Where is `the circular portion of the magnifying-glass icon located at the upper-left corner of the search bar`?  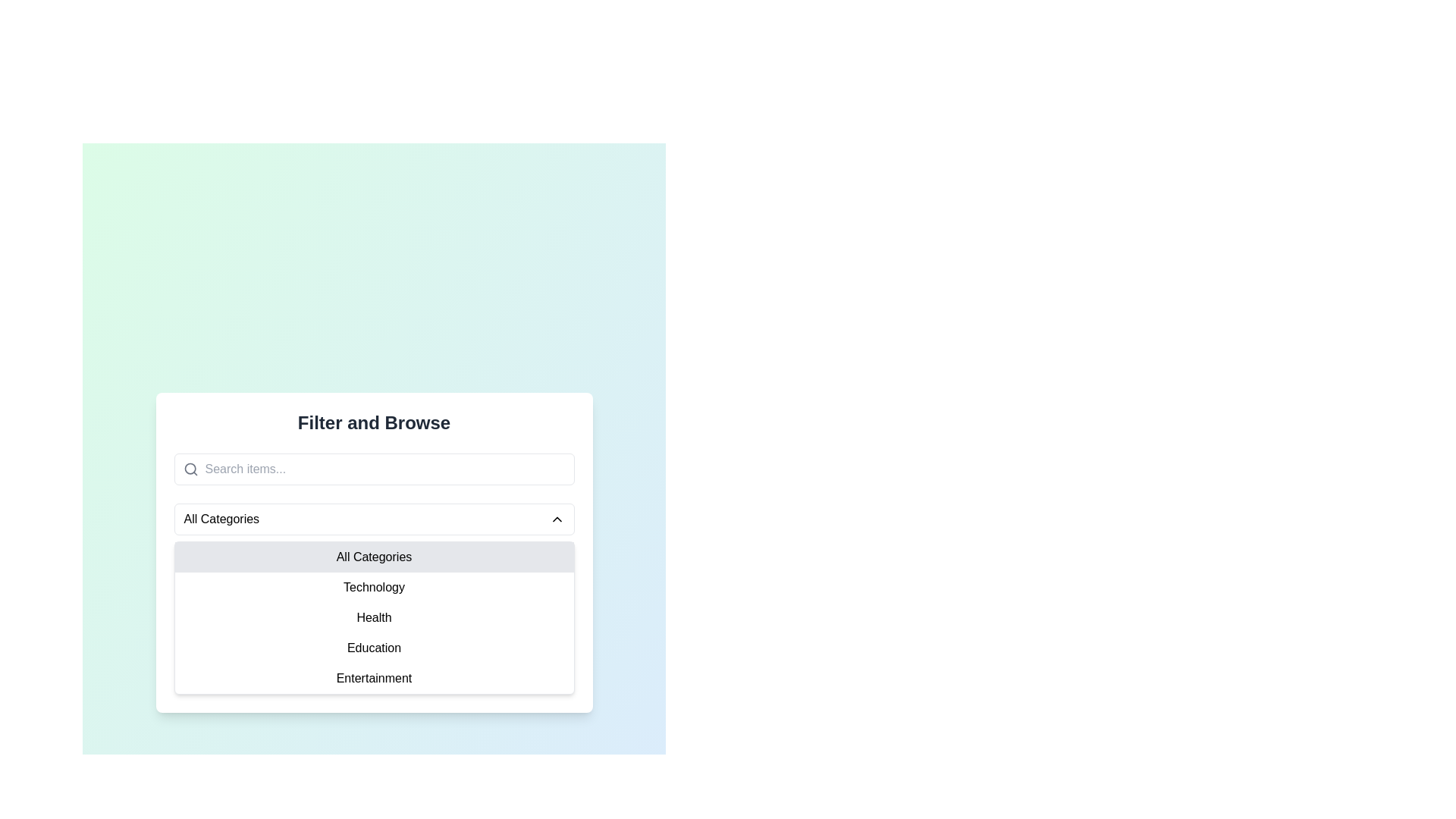
the circular portion of the magnifying-glass icon located at the upper-left corner of the search bar is located at coordinates (189, 468).